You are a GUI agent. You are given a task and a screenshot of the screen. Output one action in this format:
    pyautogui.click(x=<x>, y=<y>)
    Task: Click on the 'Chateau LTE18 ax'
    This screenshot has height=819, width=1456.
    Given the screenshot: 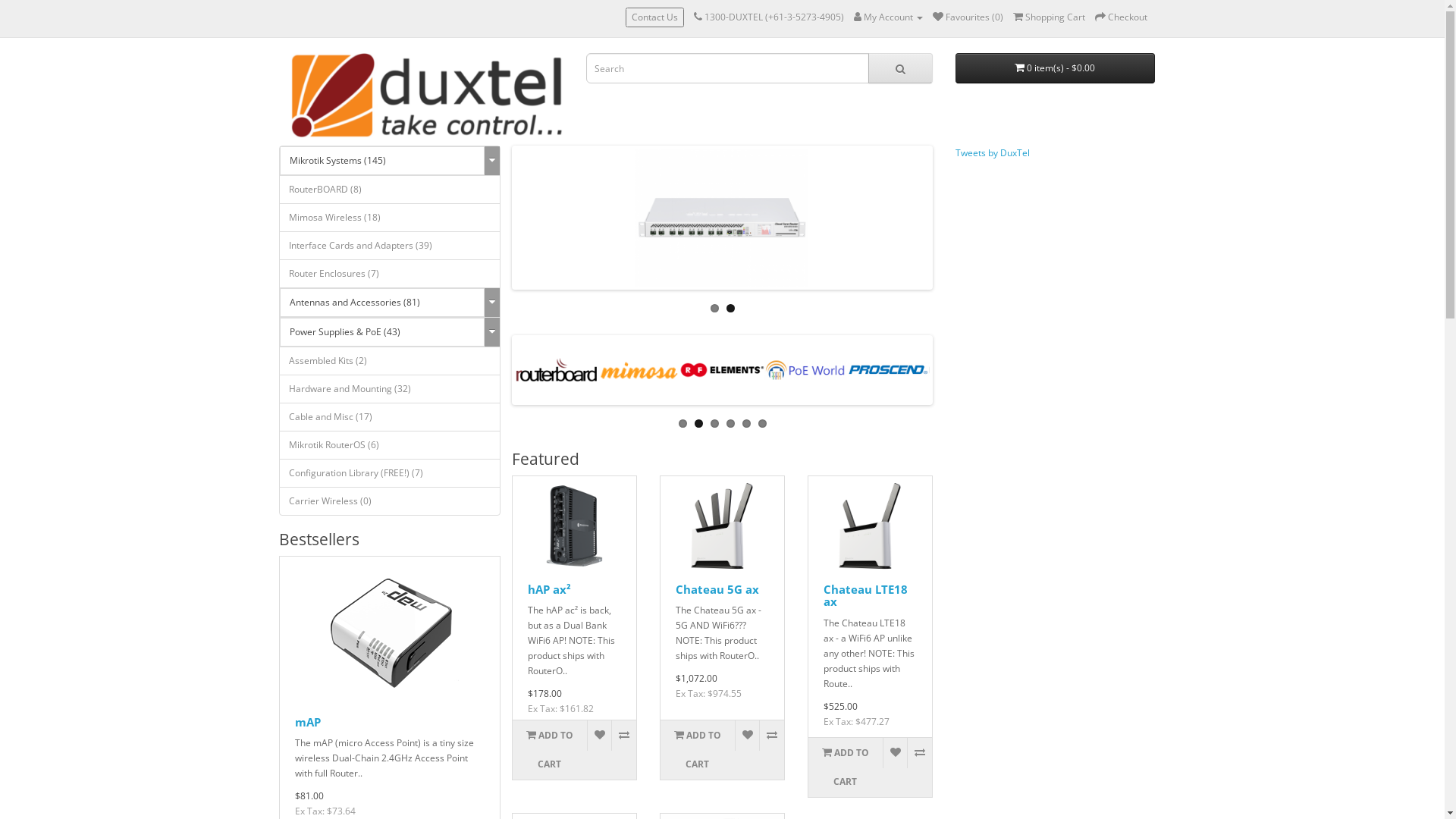 What is the action you would take?
    pyautogui.click(x=822, y=595)
    